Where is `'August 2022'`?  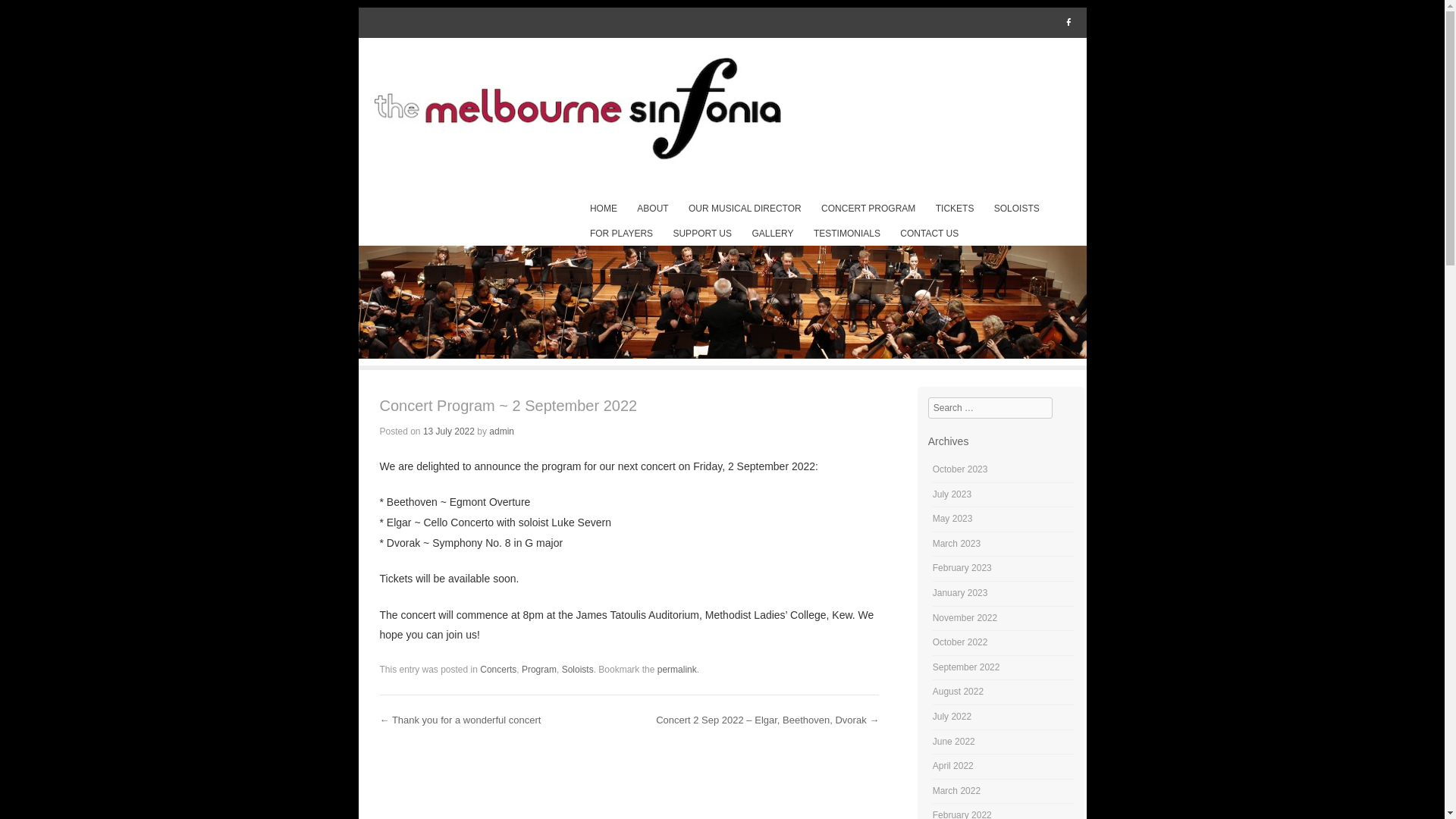 'August 2022' is located at coordinates (957, 691).